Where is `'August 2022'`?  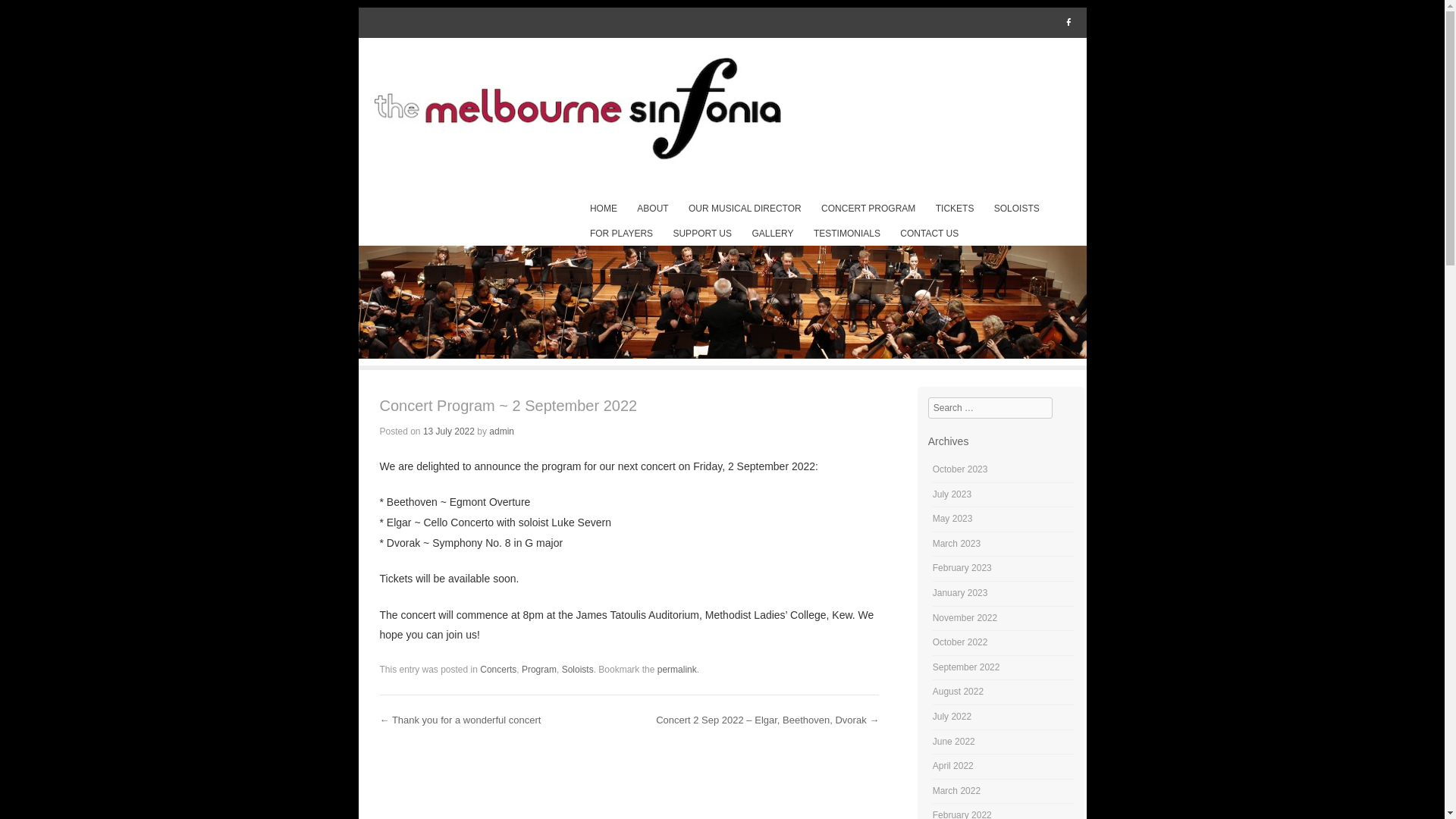 'August 2022' is located at coordinates (957, 691).